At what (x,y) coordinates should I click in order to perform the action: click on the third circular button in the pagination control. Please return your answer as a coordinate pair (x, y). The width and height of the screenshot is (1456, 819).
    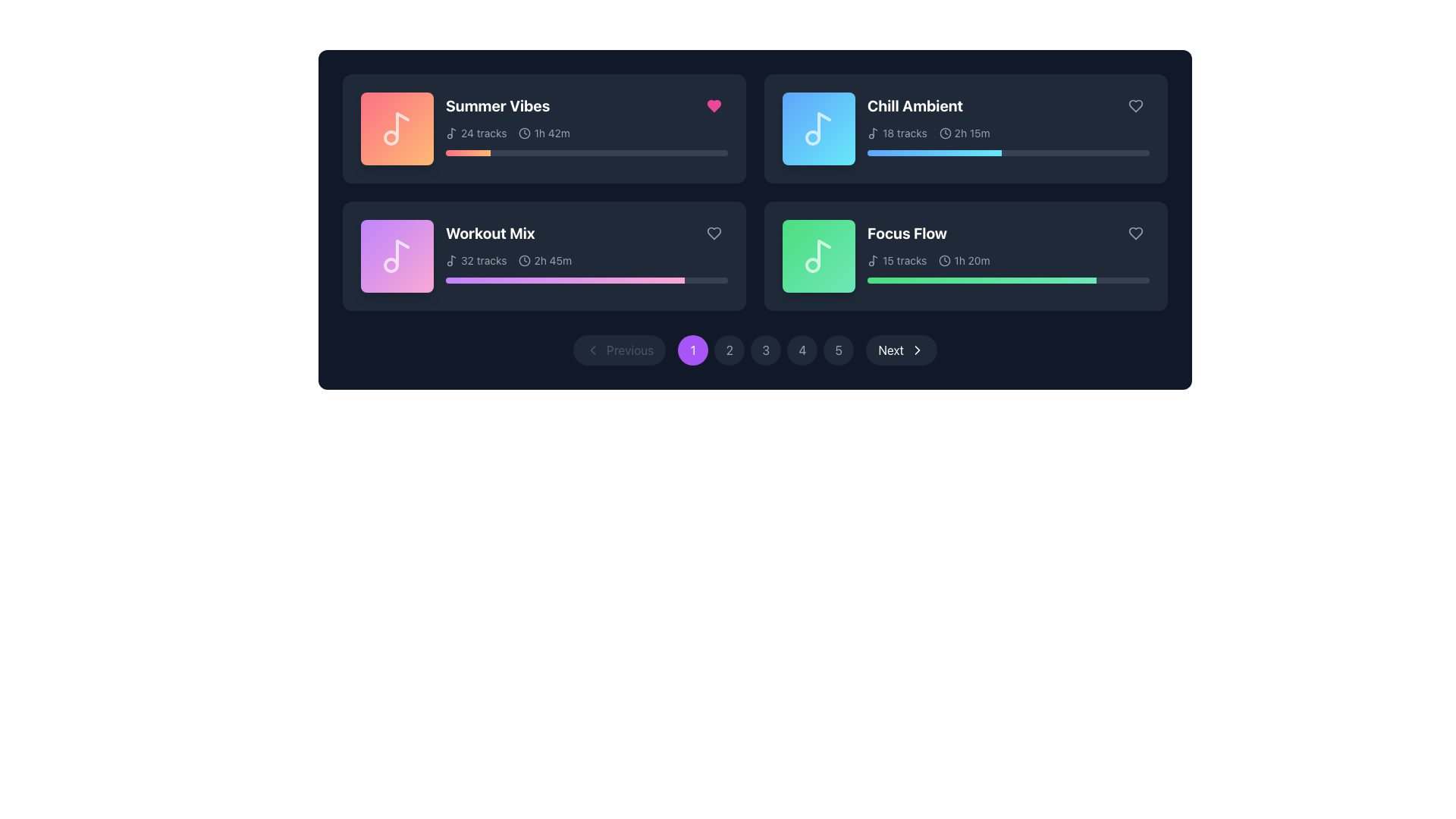
    Looking at the image, I should click on (766, 350).